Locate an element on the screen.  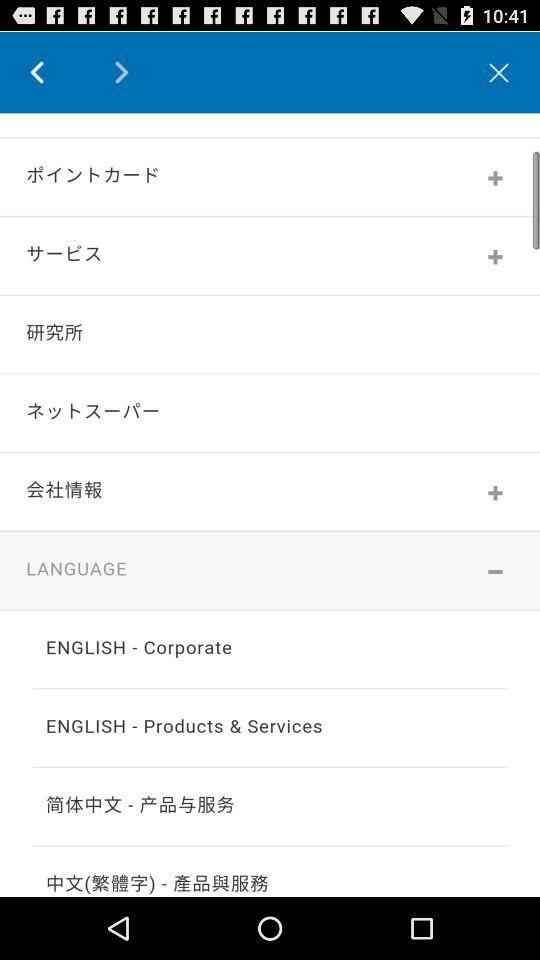
all the box selekt is located at coordinates (270, 503).